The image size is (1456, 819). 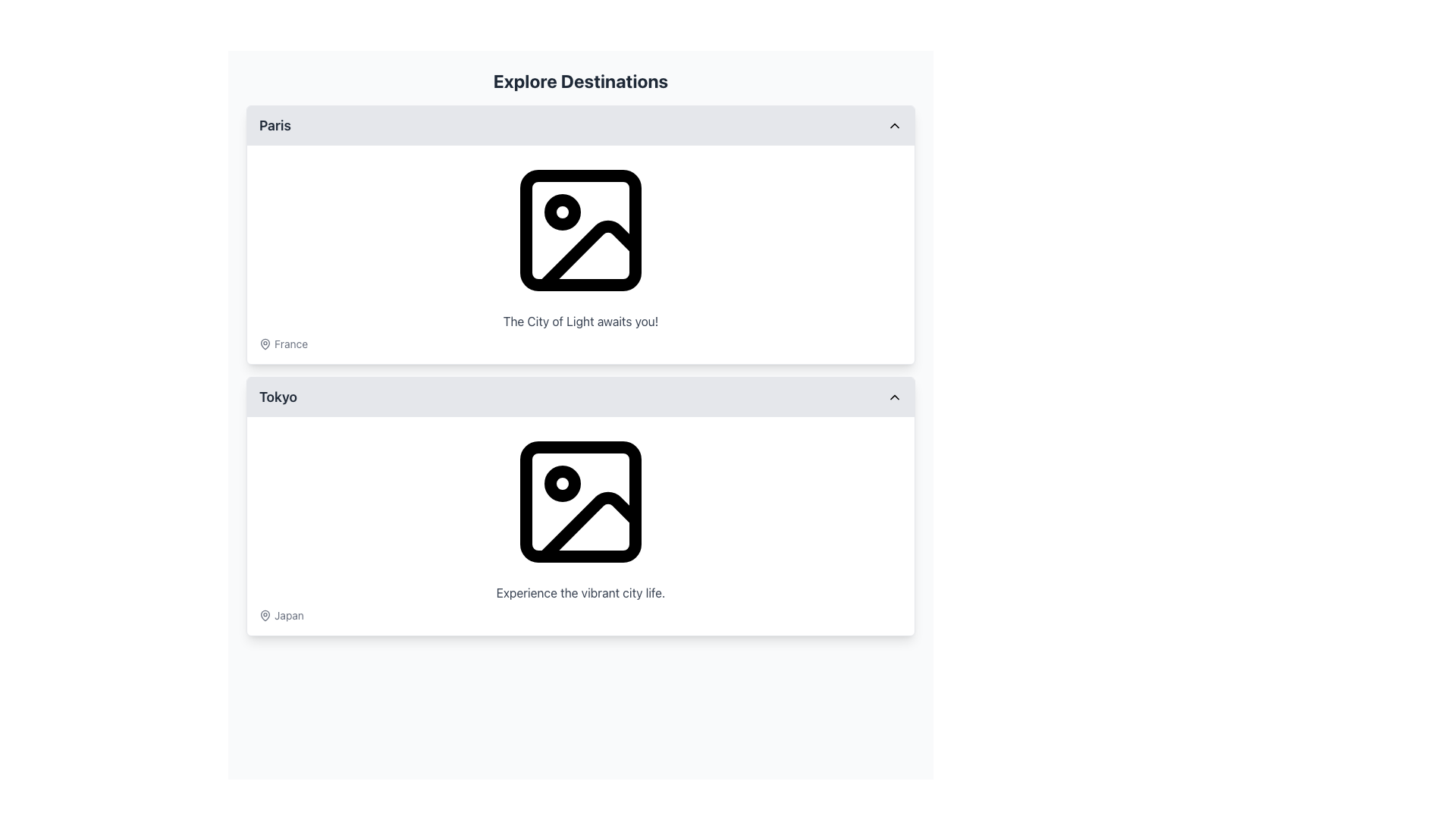 I want to click on the toggle icon located in the top-right corner of the 'Tokyo' section, so click(x=895, y=397).